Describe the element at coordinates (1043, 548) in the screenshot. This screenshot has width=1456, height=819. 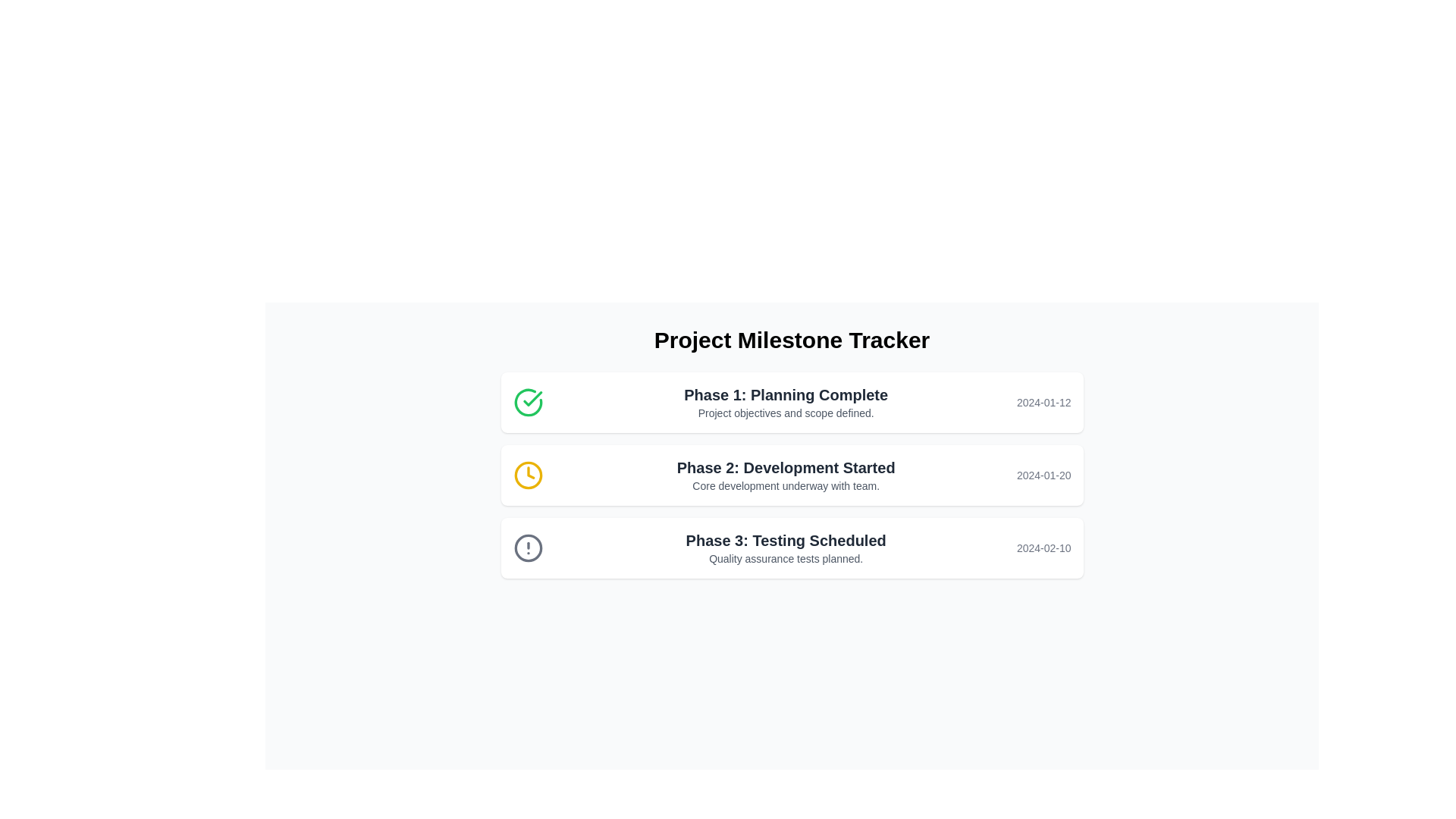
I see `the date text label '2024-02-10' located on the right side within the third record of the milestone tracker list to potentially display a tooltip` at that location.